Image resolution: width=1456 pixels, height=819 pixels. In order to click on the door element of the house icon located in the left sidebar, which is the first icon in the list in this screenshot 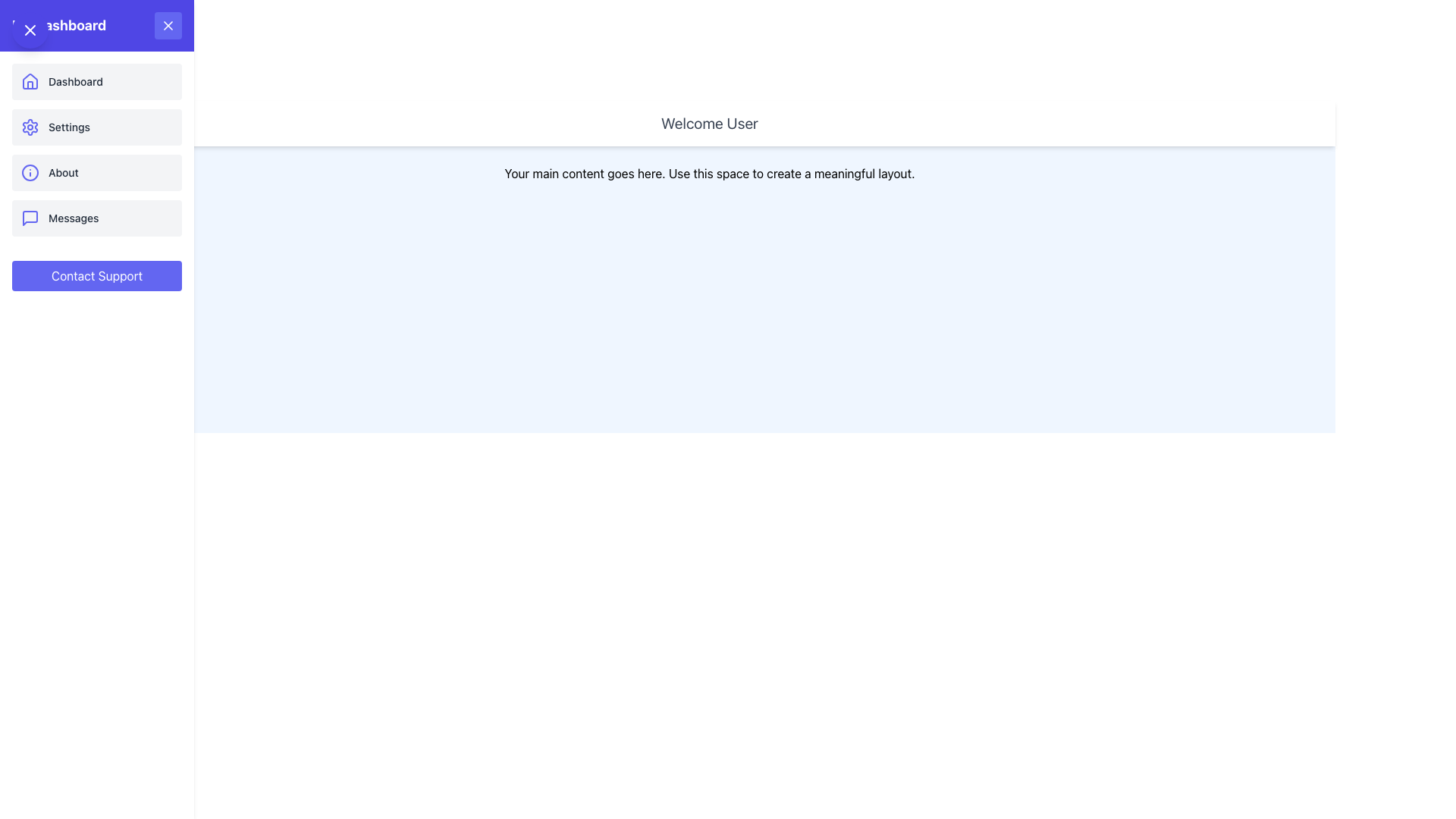, I will do `click(30, 85)`.